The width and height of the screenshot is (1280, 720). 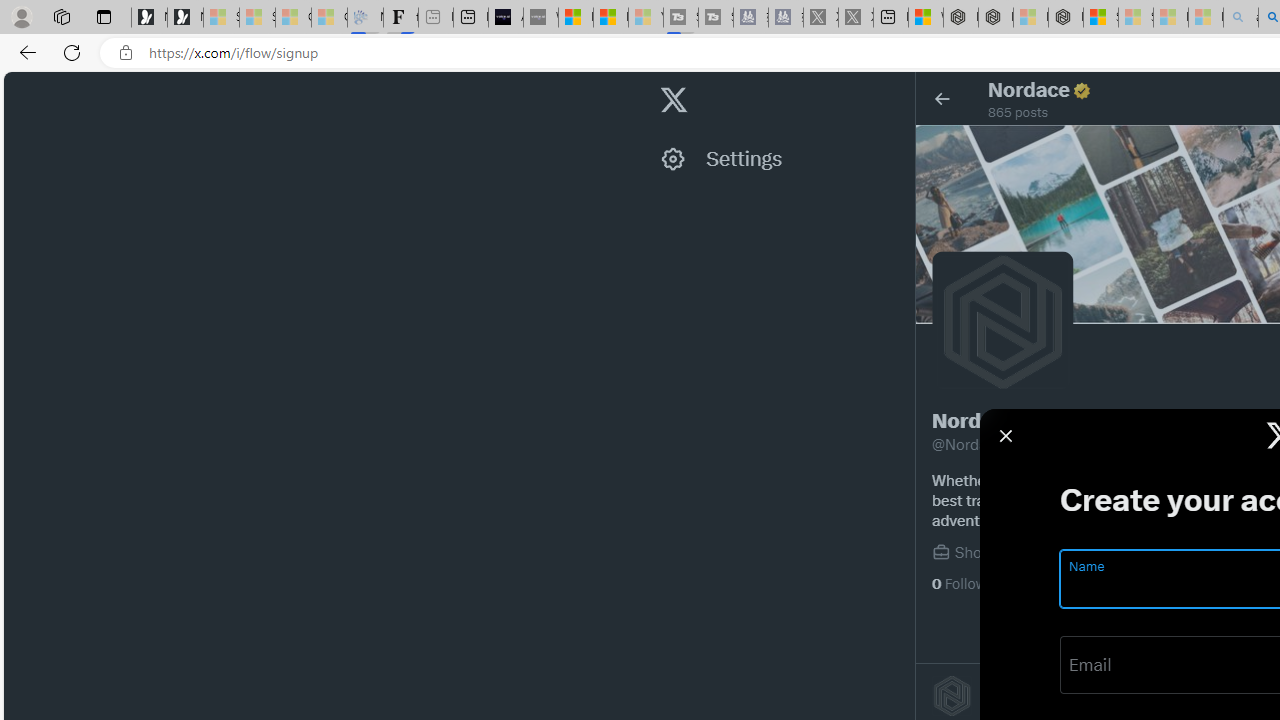 I want to click on 'What', so click(x=540, y=17).